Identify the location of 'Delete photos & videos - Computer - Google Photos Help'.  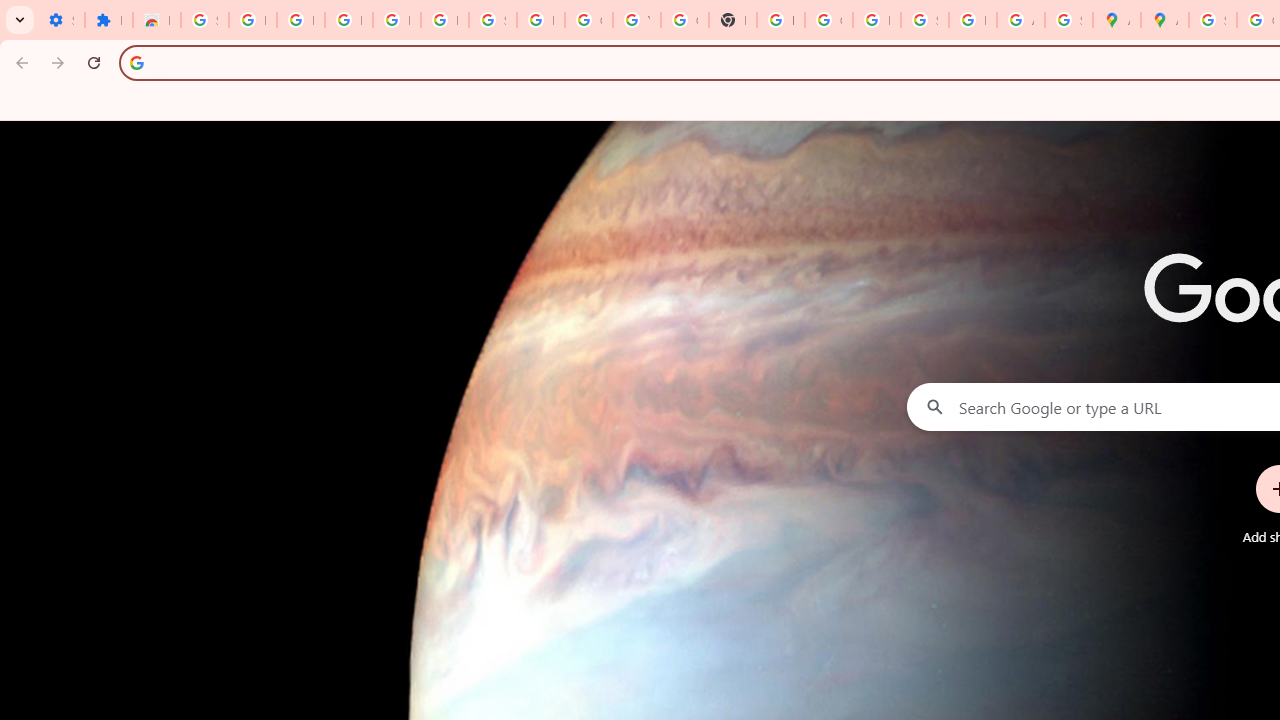
(348, 20).